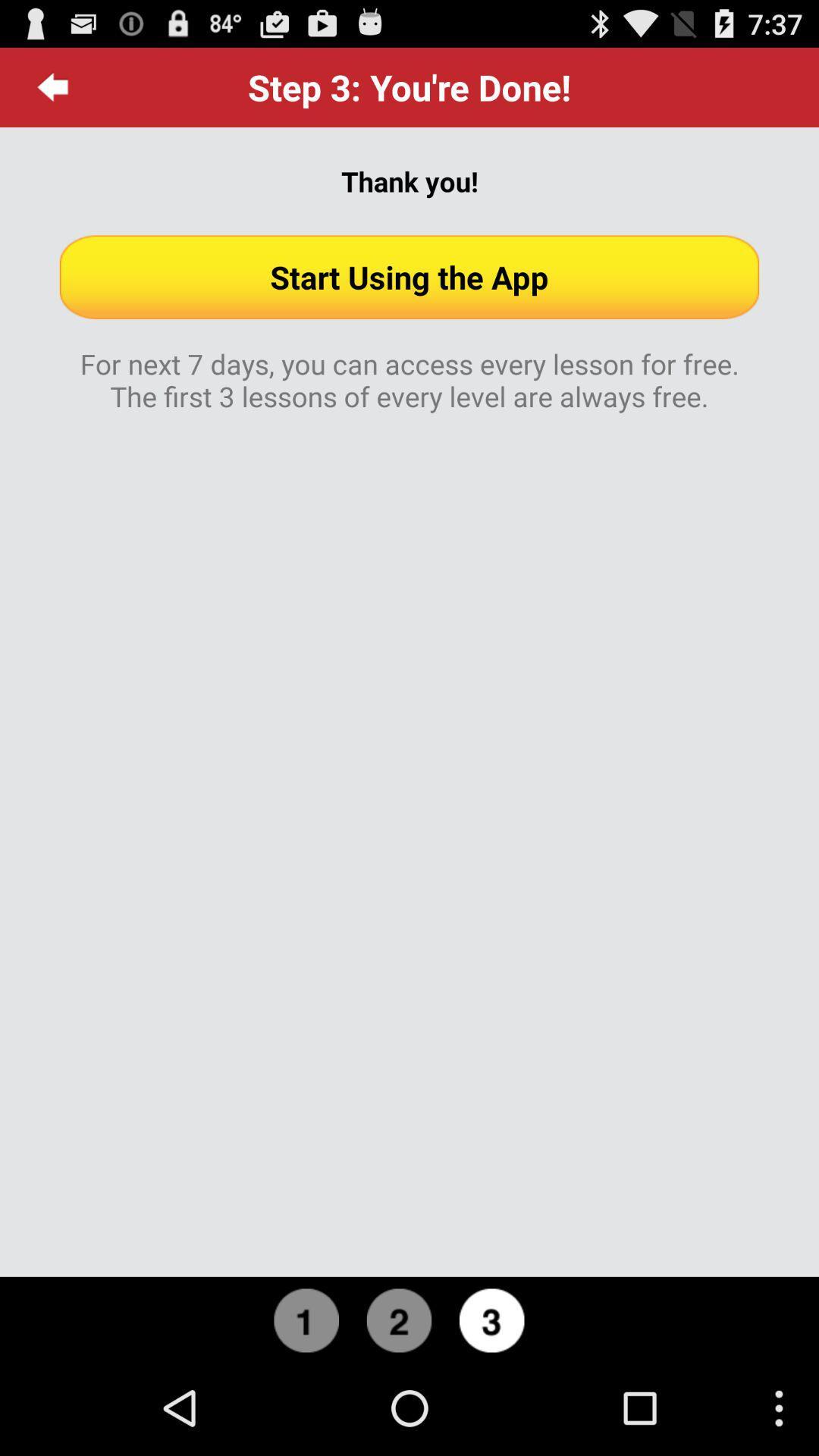 This screenshot has width=819, height=1456. I want to click on start using the button, so click(409, 277).